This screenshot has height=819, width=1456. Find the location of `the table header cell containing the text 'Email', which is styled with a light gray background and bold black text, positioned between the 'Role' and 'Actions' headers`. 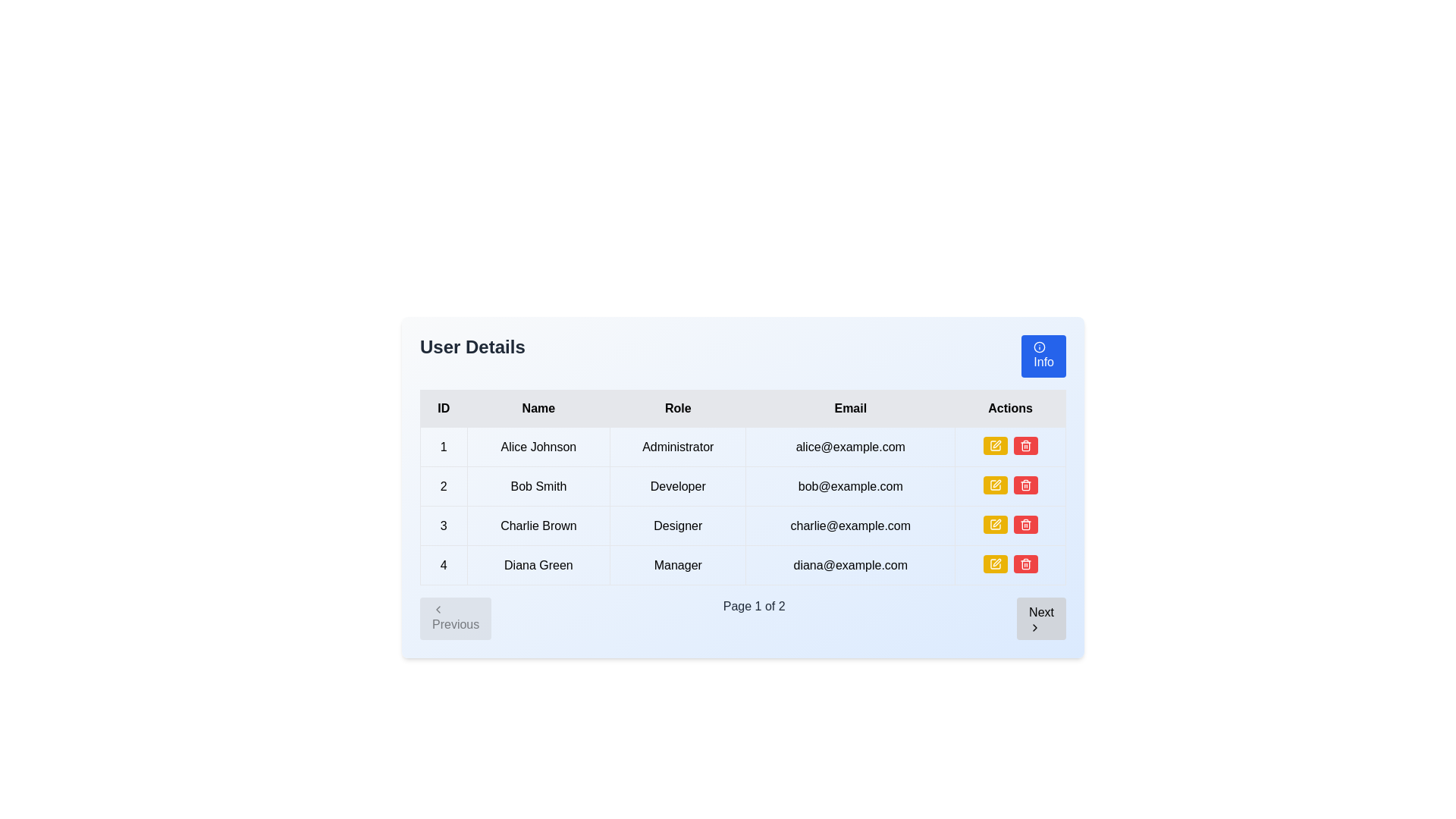

the table header cell containing the text 'Email', which is styled with a light gray background and bold black text, positioned between the 'Role' and 'Actions' headers is located at coordinates (850, 408).